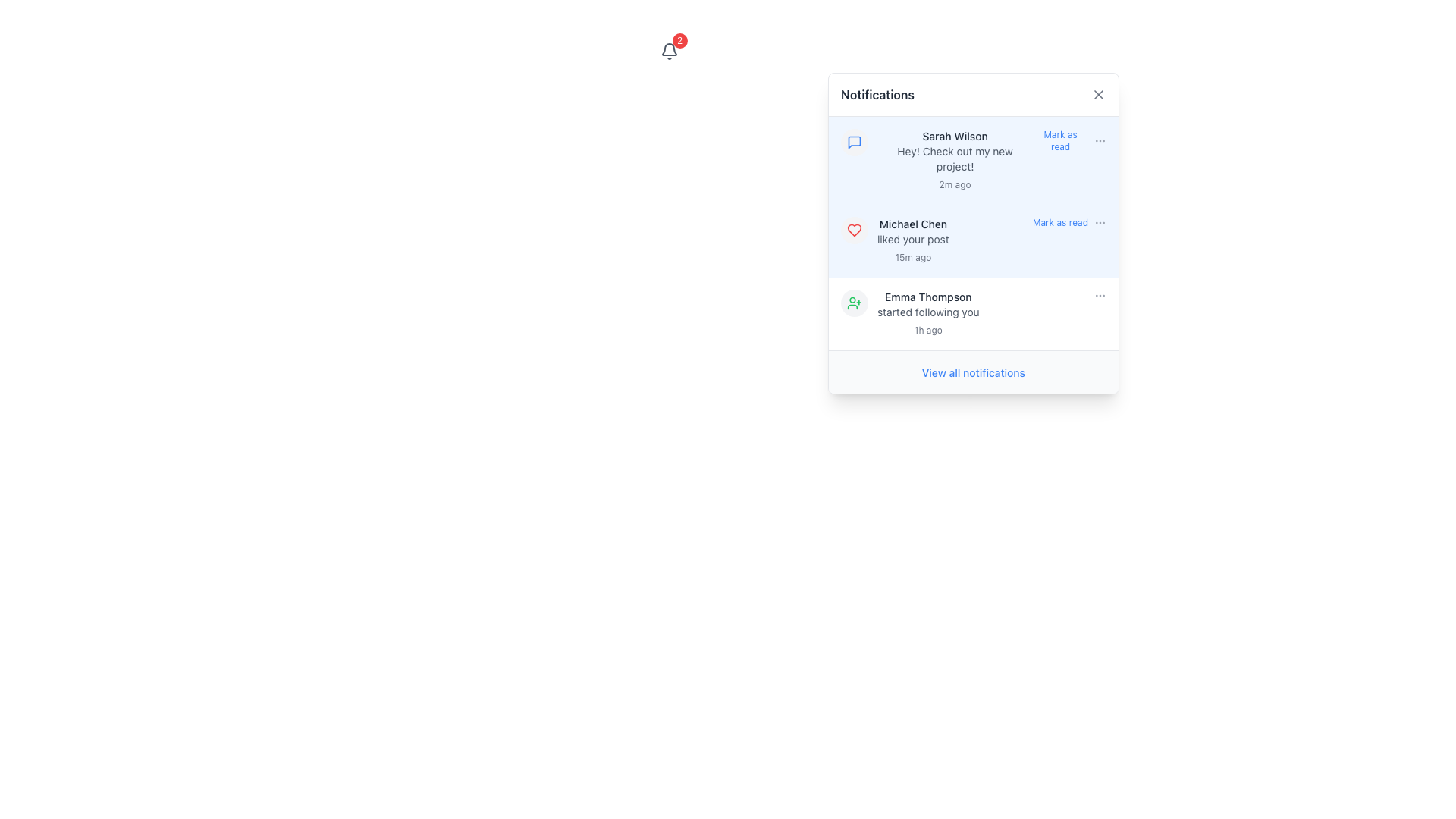 This screenshot has height=819, width=1456. I want to click on text content of the notification from Sarah Wilson that says 'Hey! Check out my new project!' which is the first notification in the dropdown list, so click(954, 161).